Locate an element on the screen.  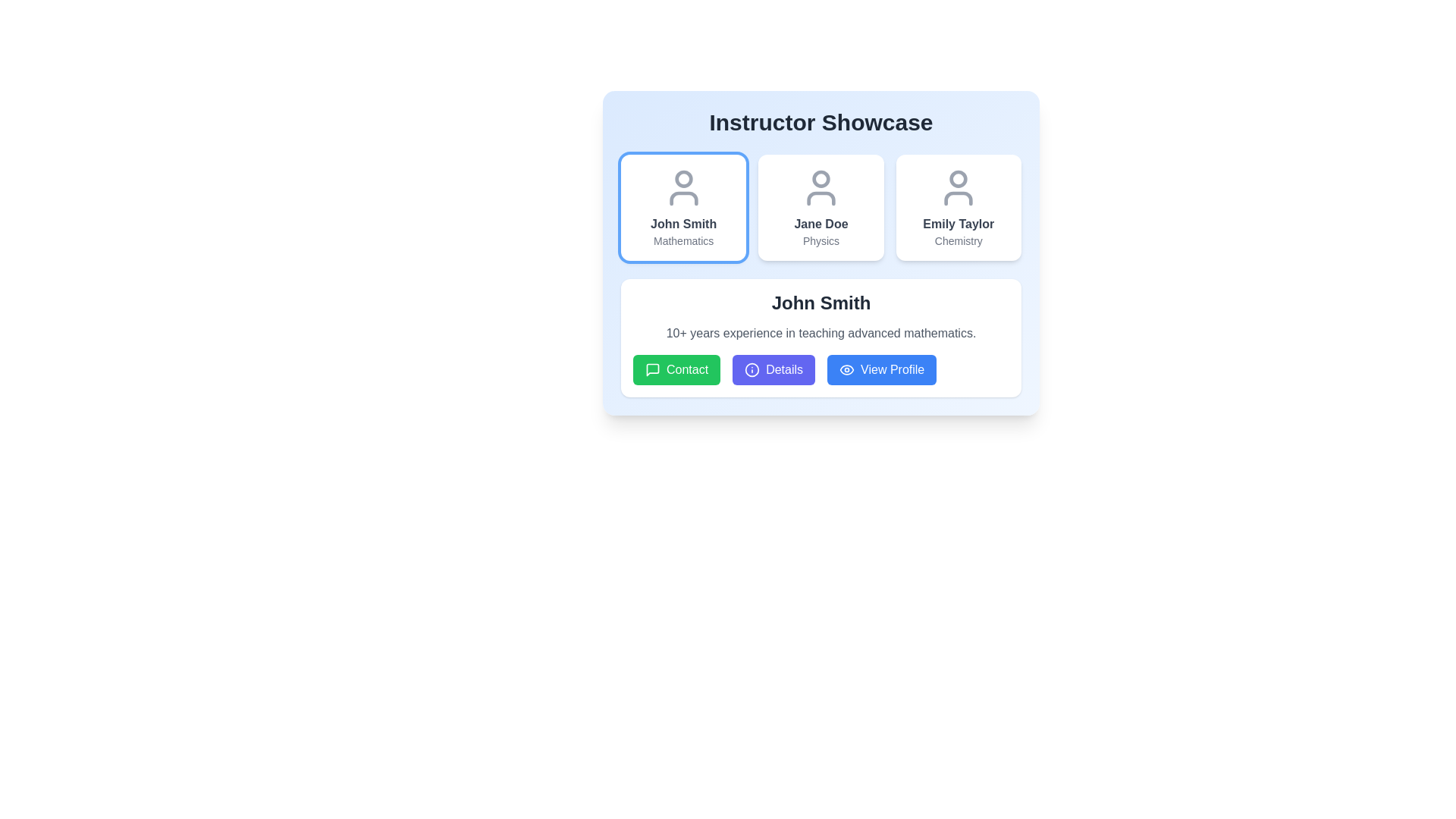
the icon representing 'Jane Doe', which is centrally located in the card for 'Jane Doe - Physics', positioned above the name 'Jane Doe' is located at coordinates (821, 187).